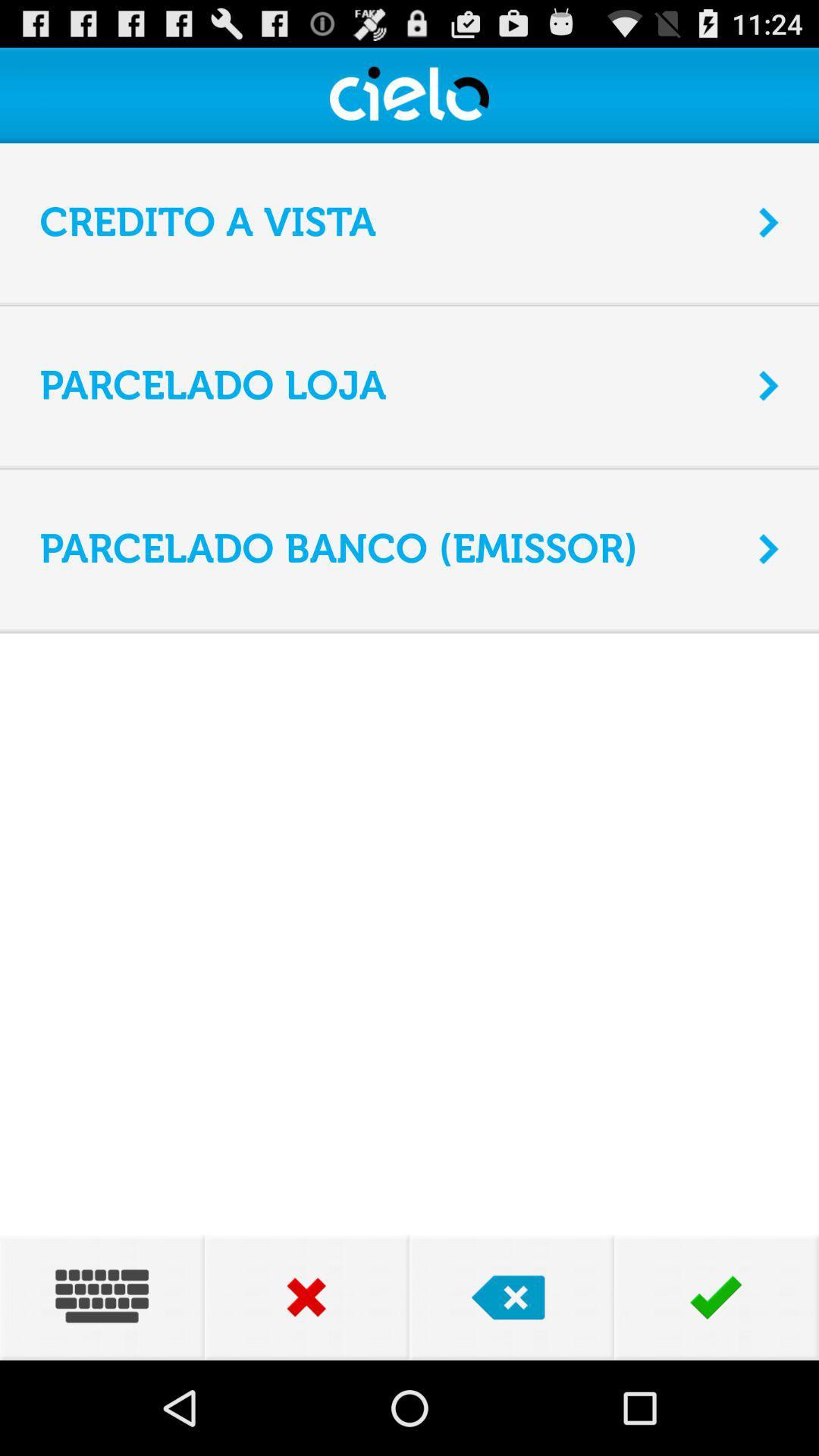 The image size is (819, 1456). What do you see at coordinates (409, 629) in the screenshot?
I see `icon below the parcelado banco (emissor) app` at bounding box center [409, 629].